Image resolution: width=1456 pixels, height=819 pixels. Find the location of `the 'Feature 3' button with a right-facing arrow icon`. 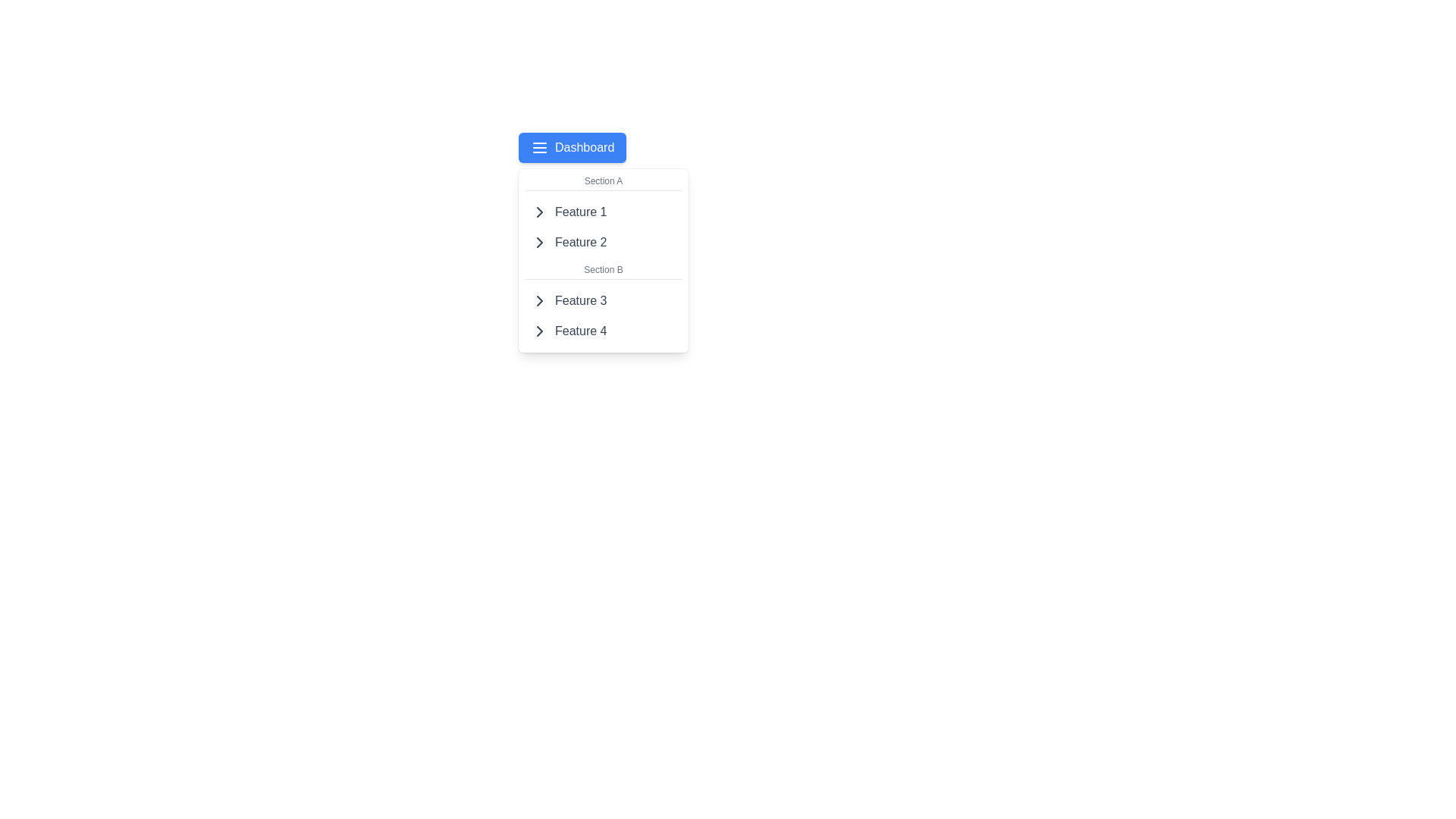

the 'Feature 3' button with a right-facing arrow icon is located at coordinates (603, 301).